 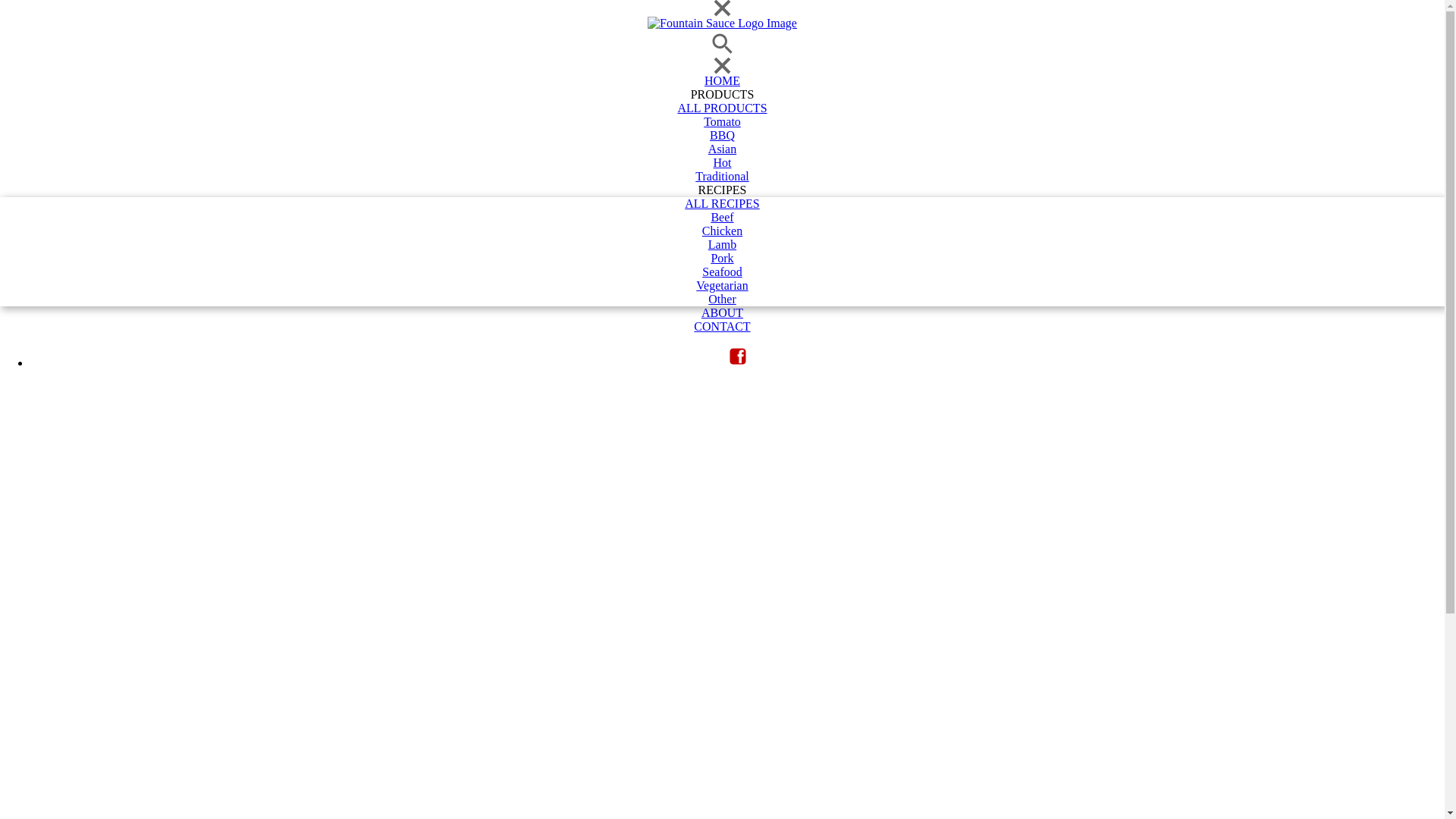 What do you see at coordinates (721, 175) in the screenshot?
I see `'Traditional'` at bounding box center [721, 175].